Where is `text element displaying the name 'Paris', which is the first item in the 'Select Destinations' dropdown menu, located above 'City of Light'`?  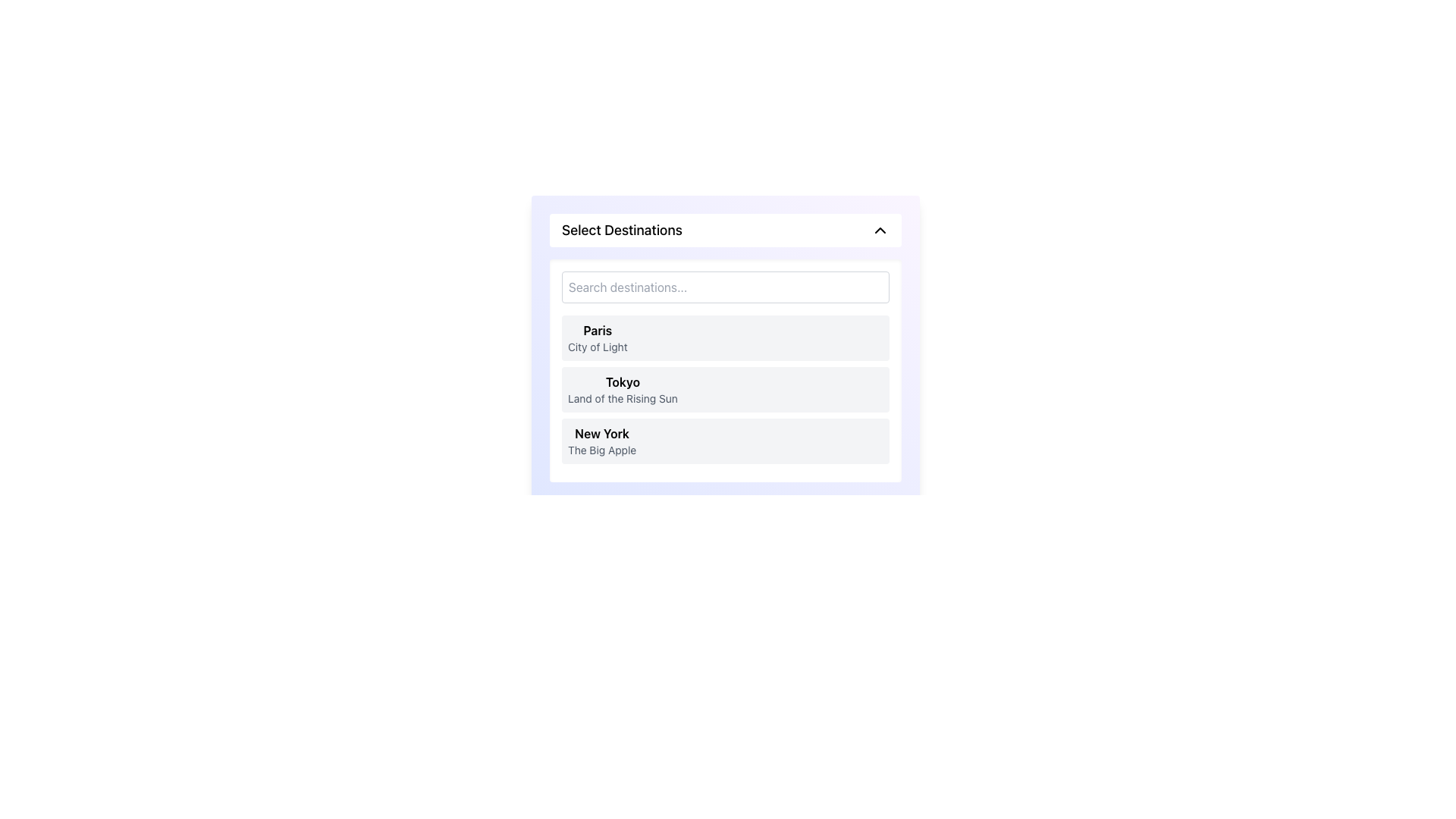 text element displaying the name 'Paris', which is the first item in the 'Select Destinations' dropdown menu, located above 'City of Light' is located at coordinates (597, 329).